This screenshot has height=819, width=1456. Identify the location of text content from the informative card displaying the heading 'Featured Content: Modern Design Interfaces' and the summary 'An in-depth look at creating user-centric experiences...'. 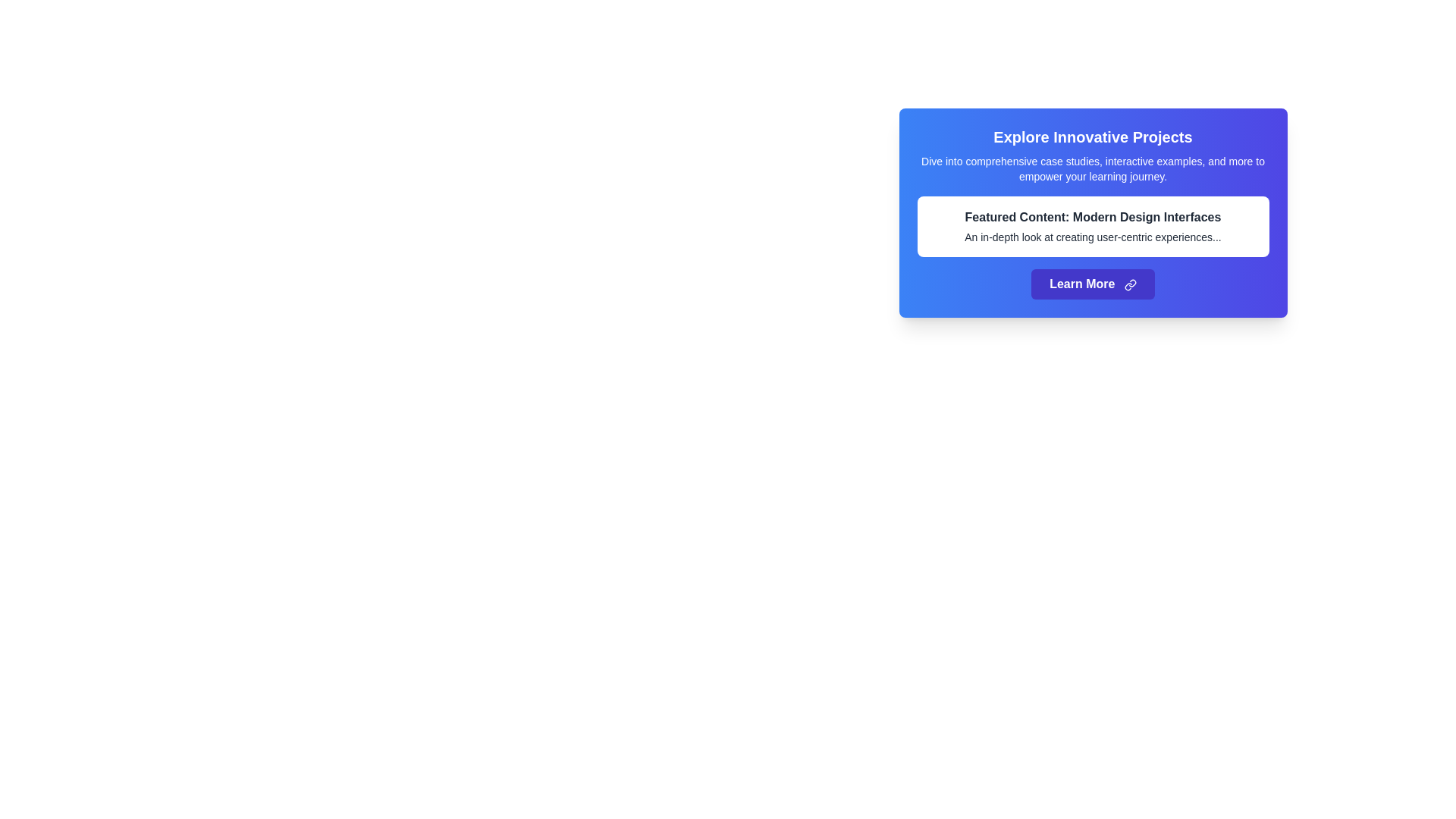
(1093, 227).